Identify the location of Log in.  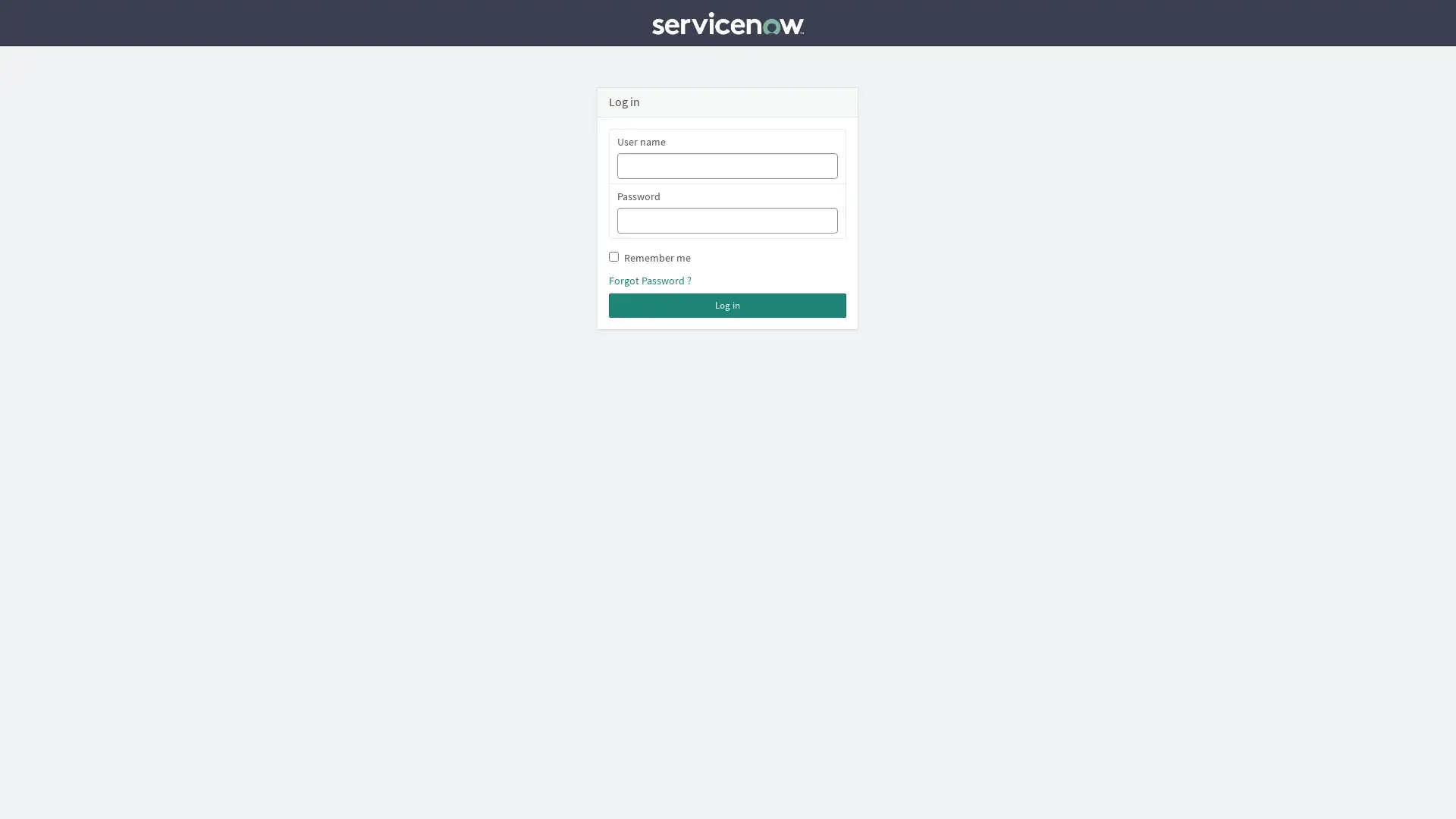
(726, 305).